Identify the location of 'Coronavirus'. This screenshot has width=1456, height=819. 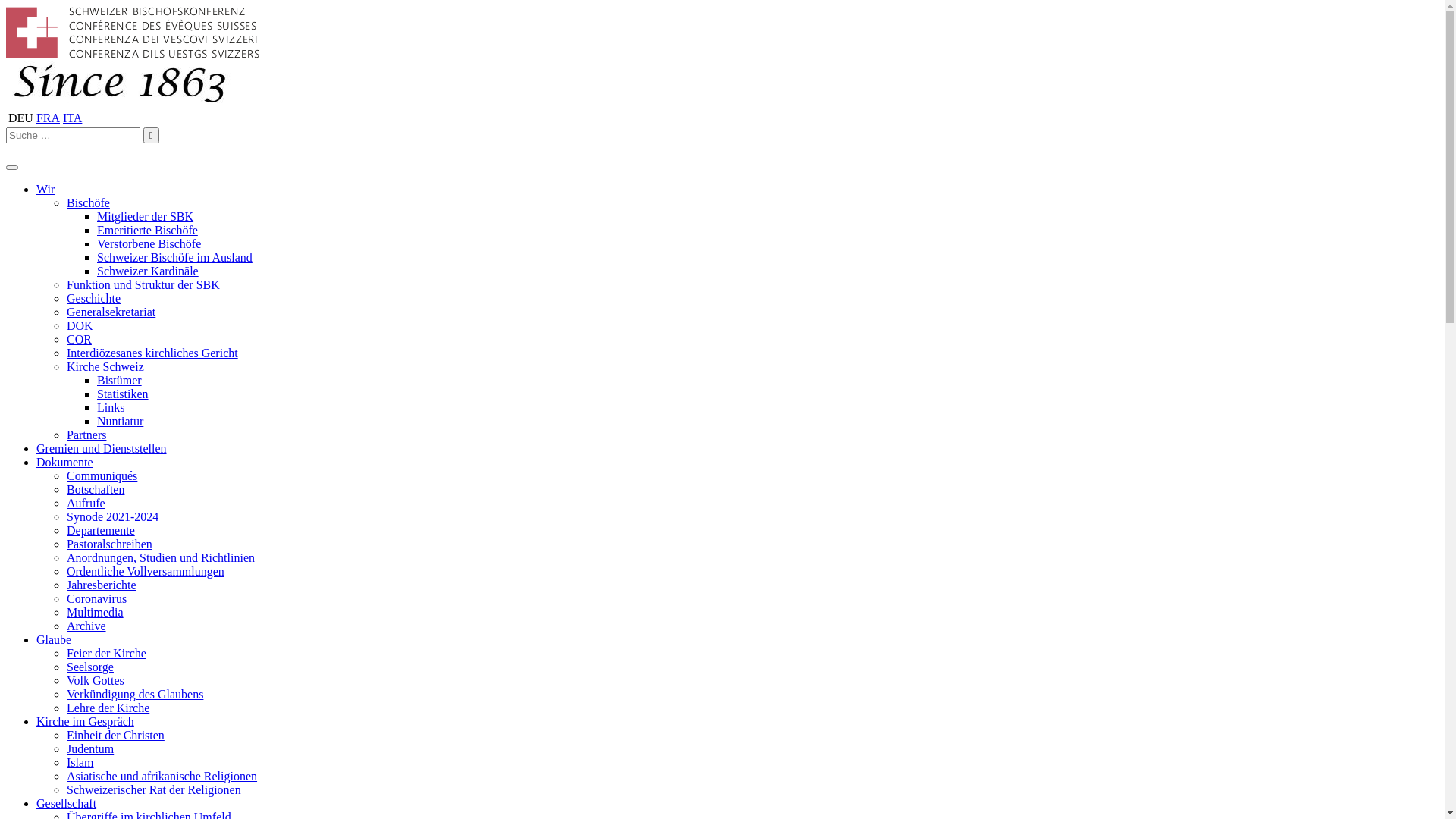
(96, 598).